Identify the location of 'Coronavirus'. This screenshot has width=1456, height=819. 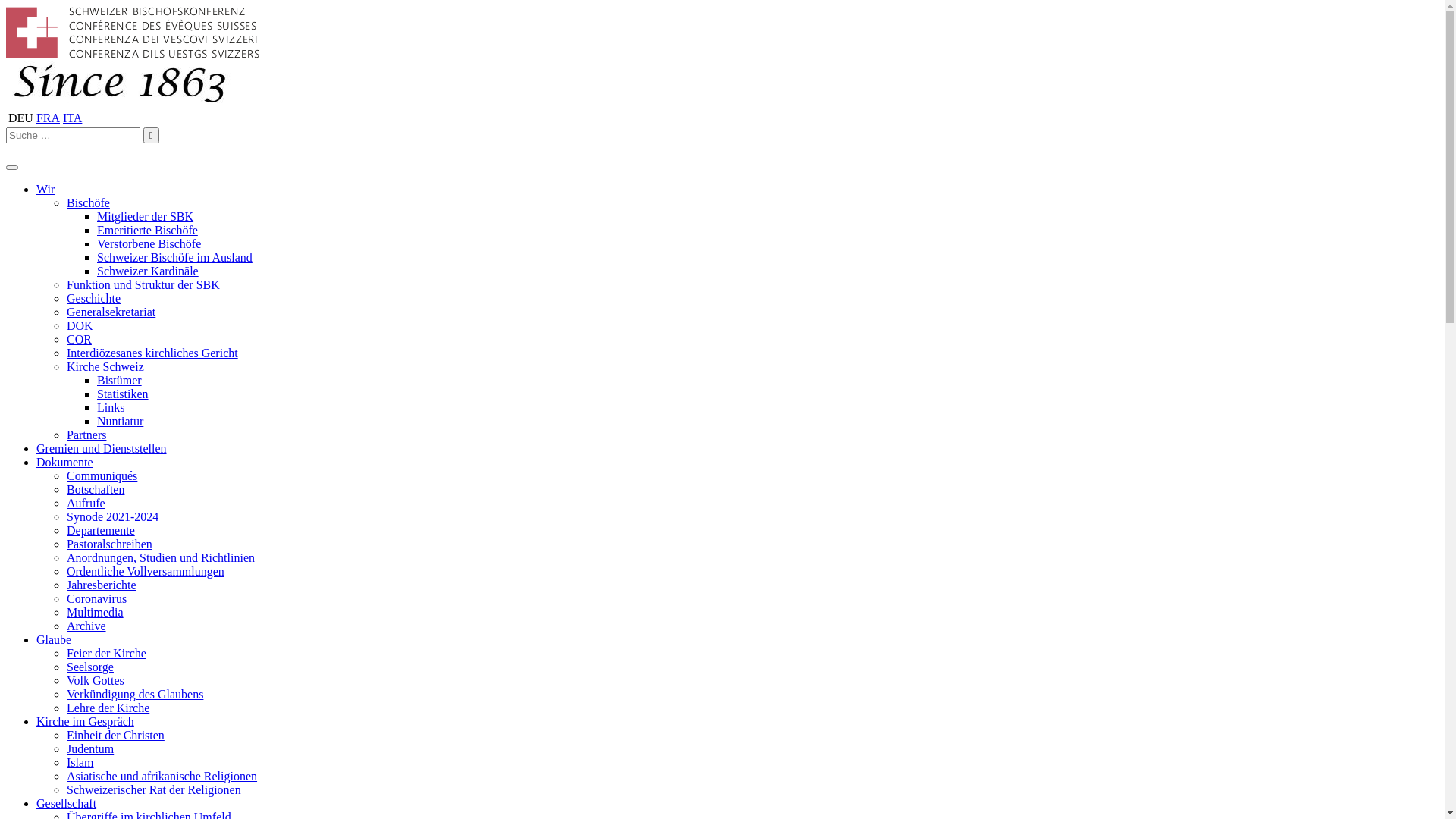
(96, 598).